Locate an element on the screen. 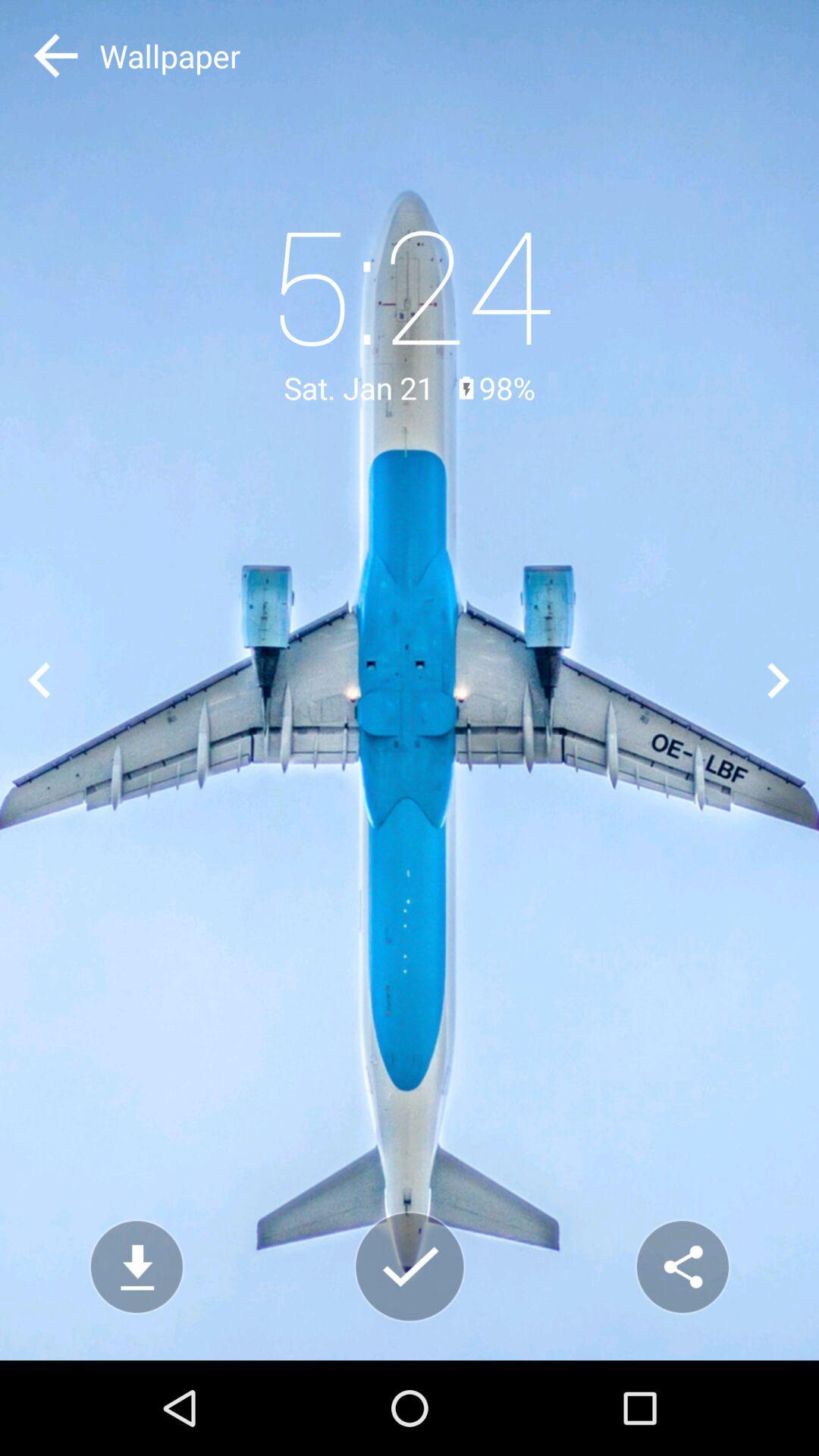 Image resolution: width=819 pixels, height=1456 pixels. download is located at coordinates (136, 1266).